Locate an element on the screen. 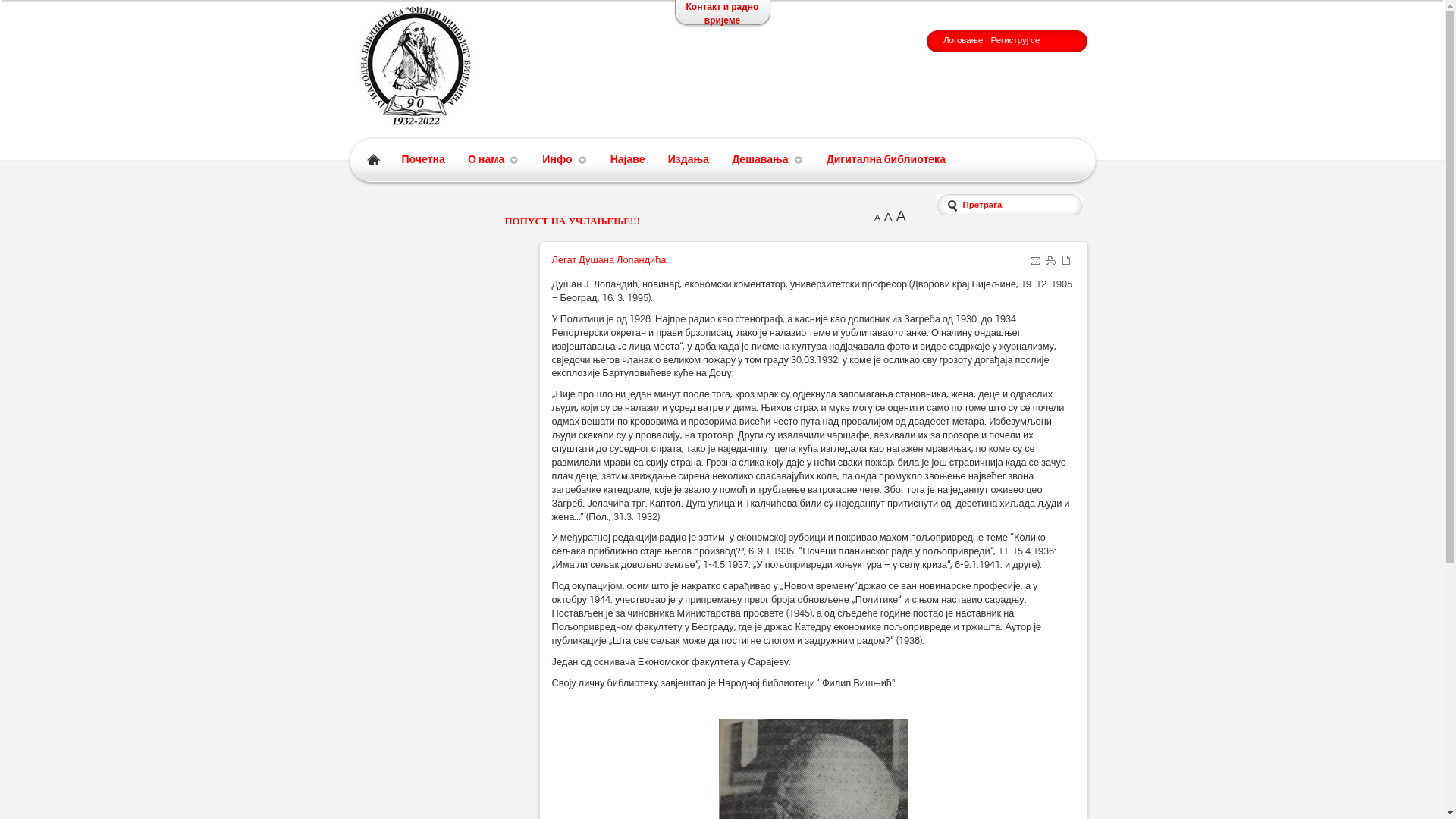 Image resolution: width=1456 pixels, height=819 pixels. 'A' is located at coordinates (874, 218).